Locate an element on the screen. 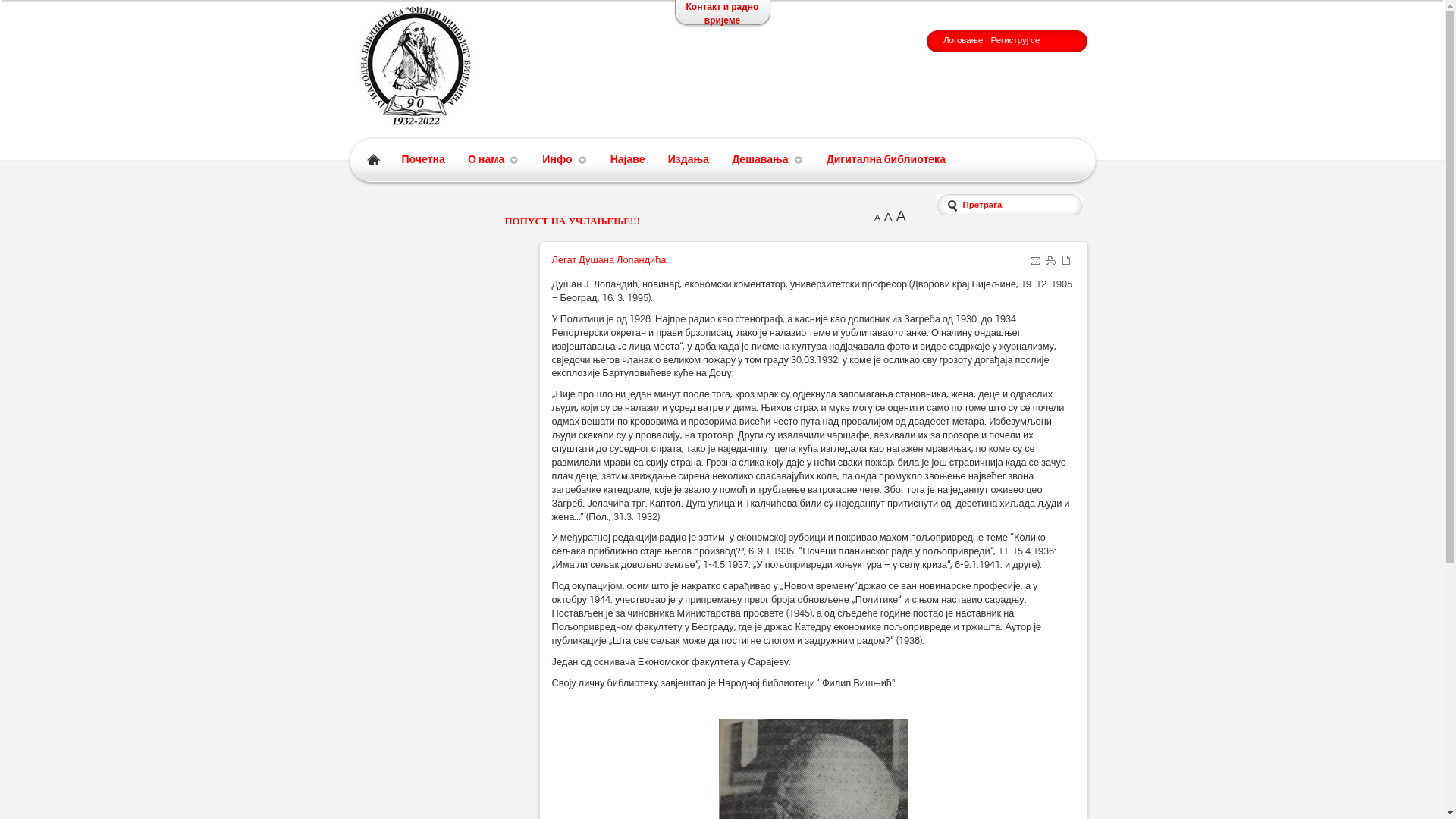 Image resolution: width=1456 pixels, height=819 pixels. 'A' is located at coordinates (874, 218).